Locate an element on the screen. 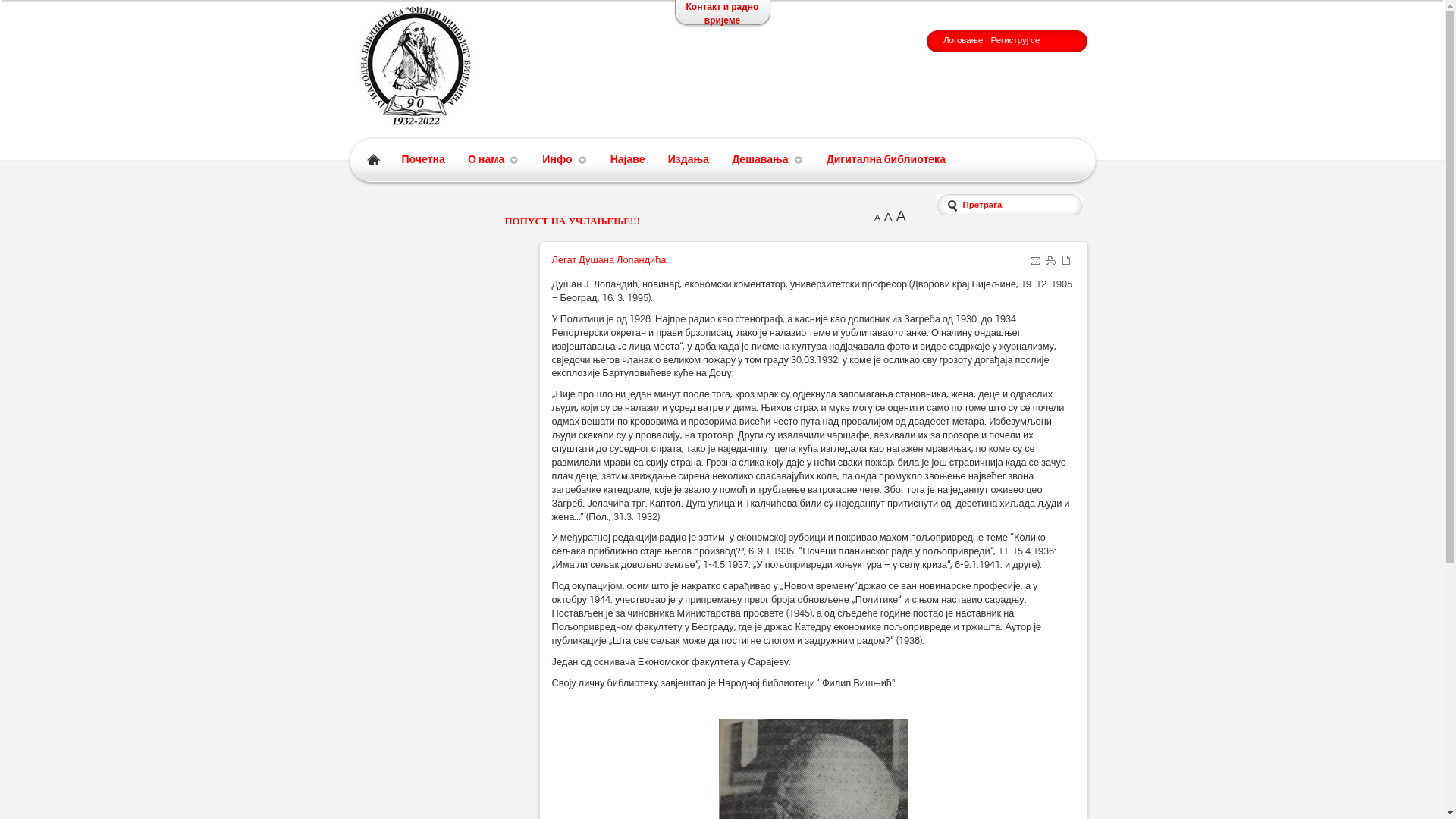 Image resolution: width=1456 pixels, height=819 pixels. 'A' is located at coordinates (874, 218).